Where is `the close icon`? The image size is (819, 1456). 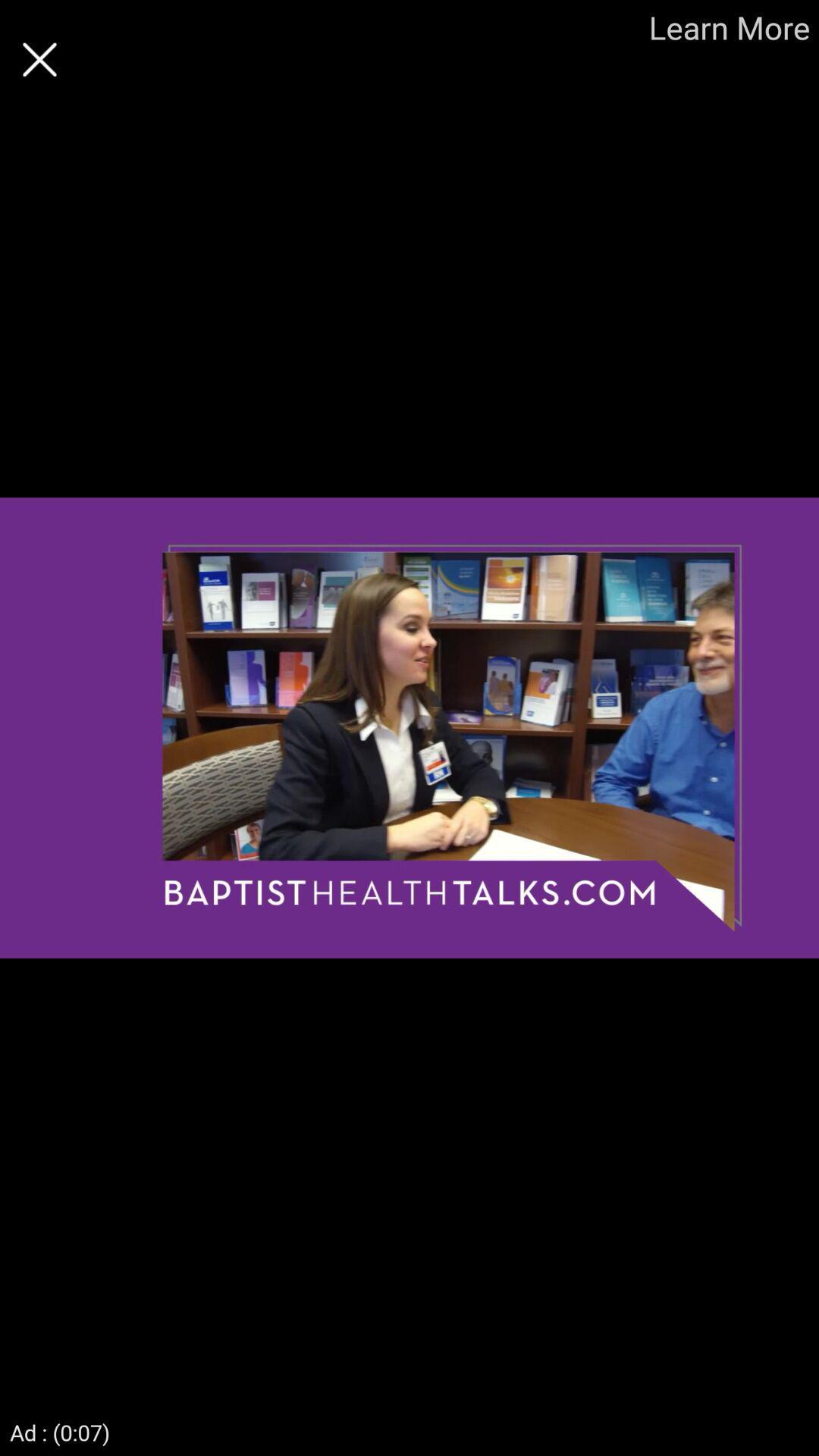 the close icon is located at coordinates (39, 59).